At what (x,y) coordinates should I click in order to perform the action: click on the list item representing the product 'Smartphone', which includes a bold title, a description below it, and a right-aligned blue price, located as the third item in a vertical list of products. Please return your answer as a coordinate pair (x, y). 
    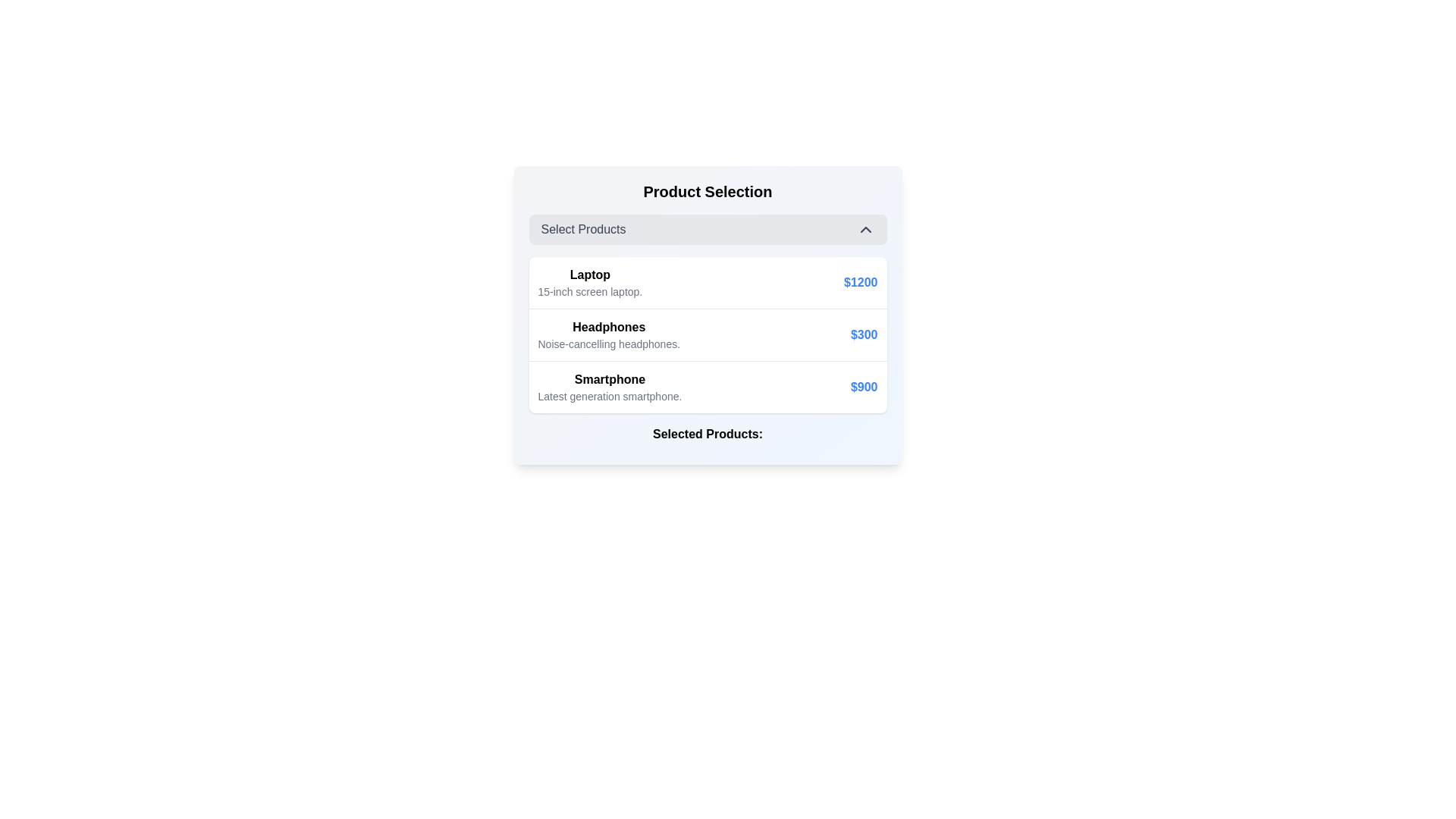
    Looking at the image, I should click on (707, 386).